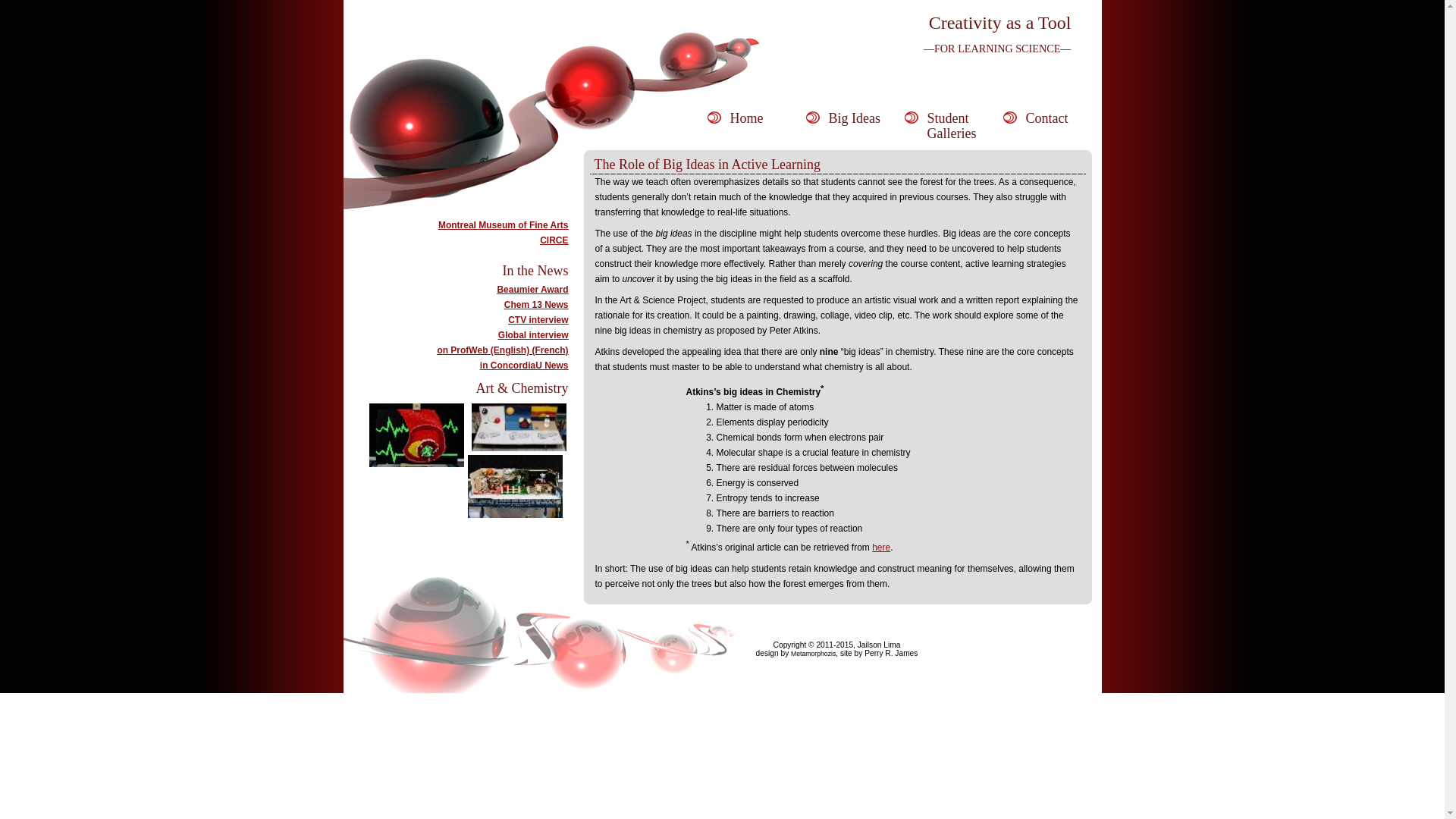 The width and height of the screenshot is (1456, 819). Describe the element at coordinates (549, 350) in the screenshot. I see `'(French)'` at that location.